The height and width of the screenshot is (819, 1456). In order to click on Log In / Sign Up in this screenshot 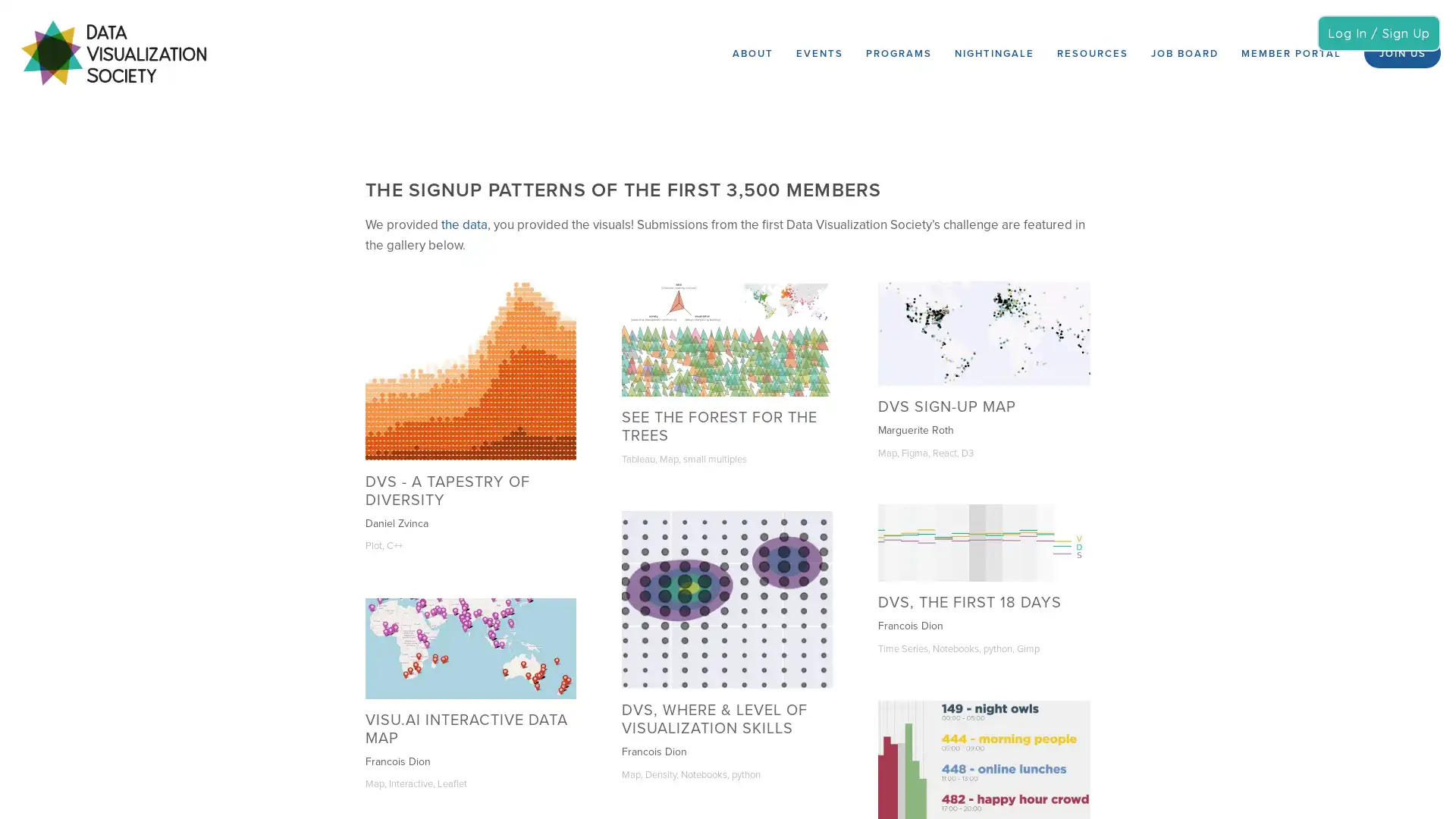, I will do `click(1379, 33)`.